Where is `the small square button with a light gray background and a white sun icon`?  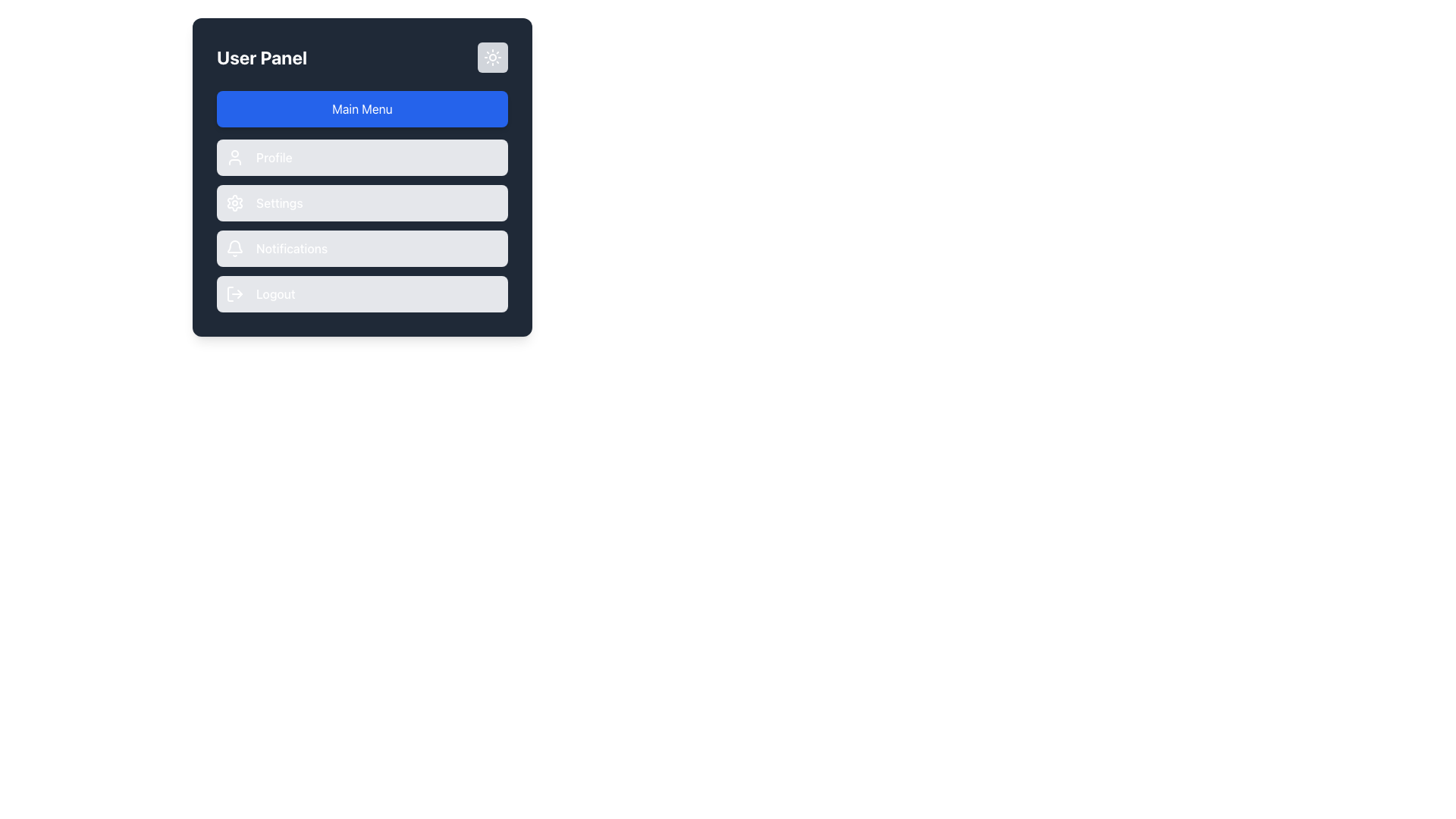 the small square button with a light gray background and a white sun icon is located at coordinates (492, 57).